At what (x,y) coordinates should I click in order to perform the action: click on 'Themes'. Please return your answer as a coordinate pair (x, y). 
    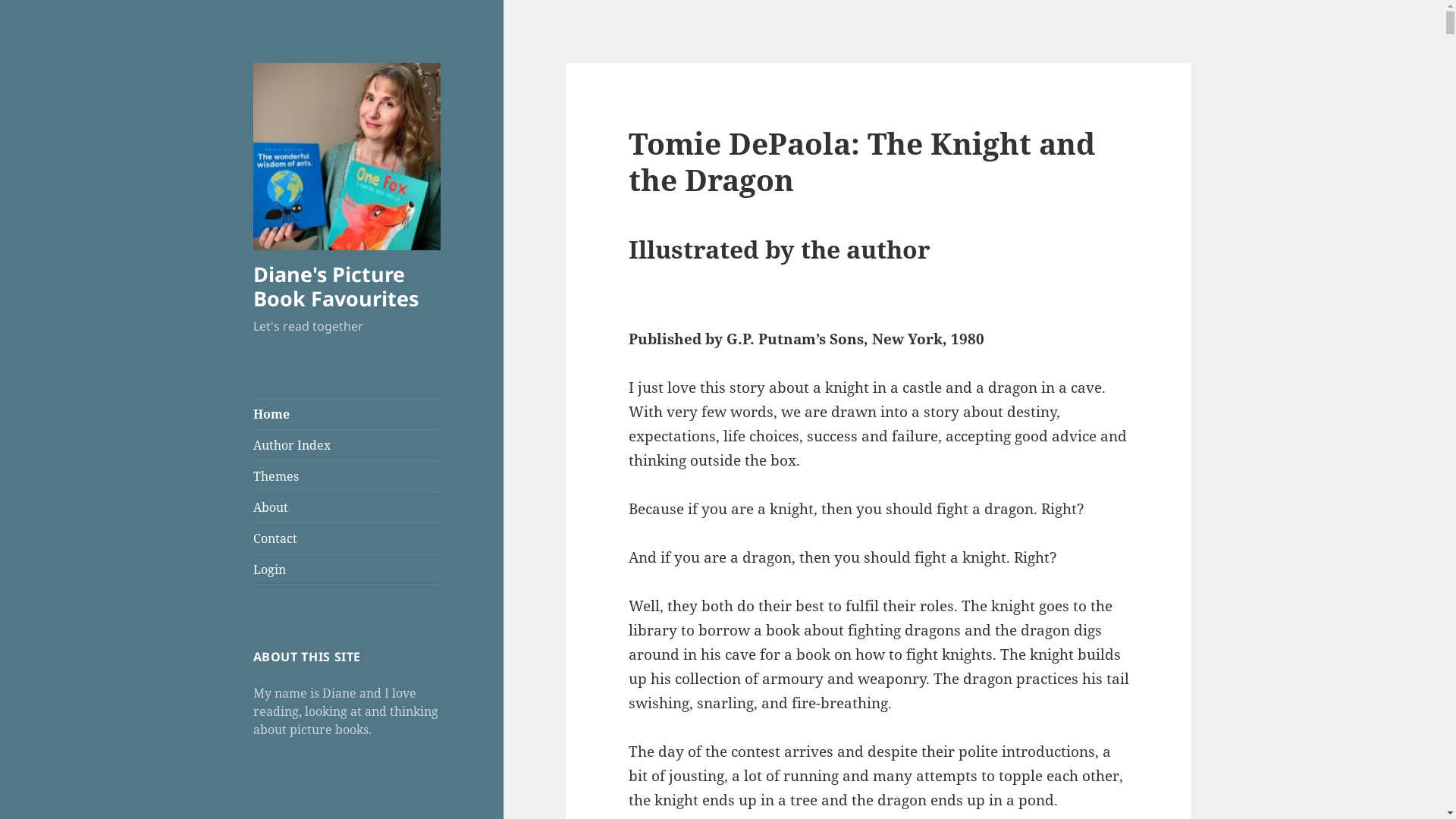
    Looking at the image, I should click on (346, 475).